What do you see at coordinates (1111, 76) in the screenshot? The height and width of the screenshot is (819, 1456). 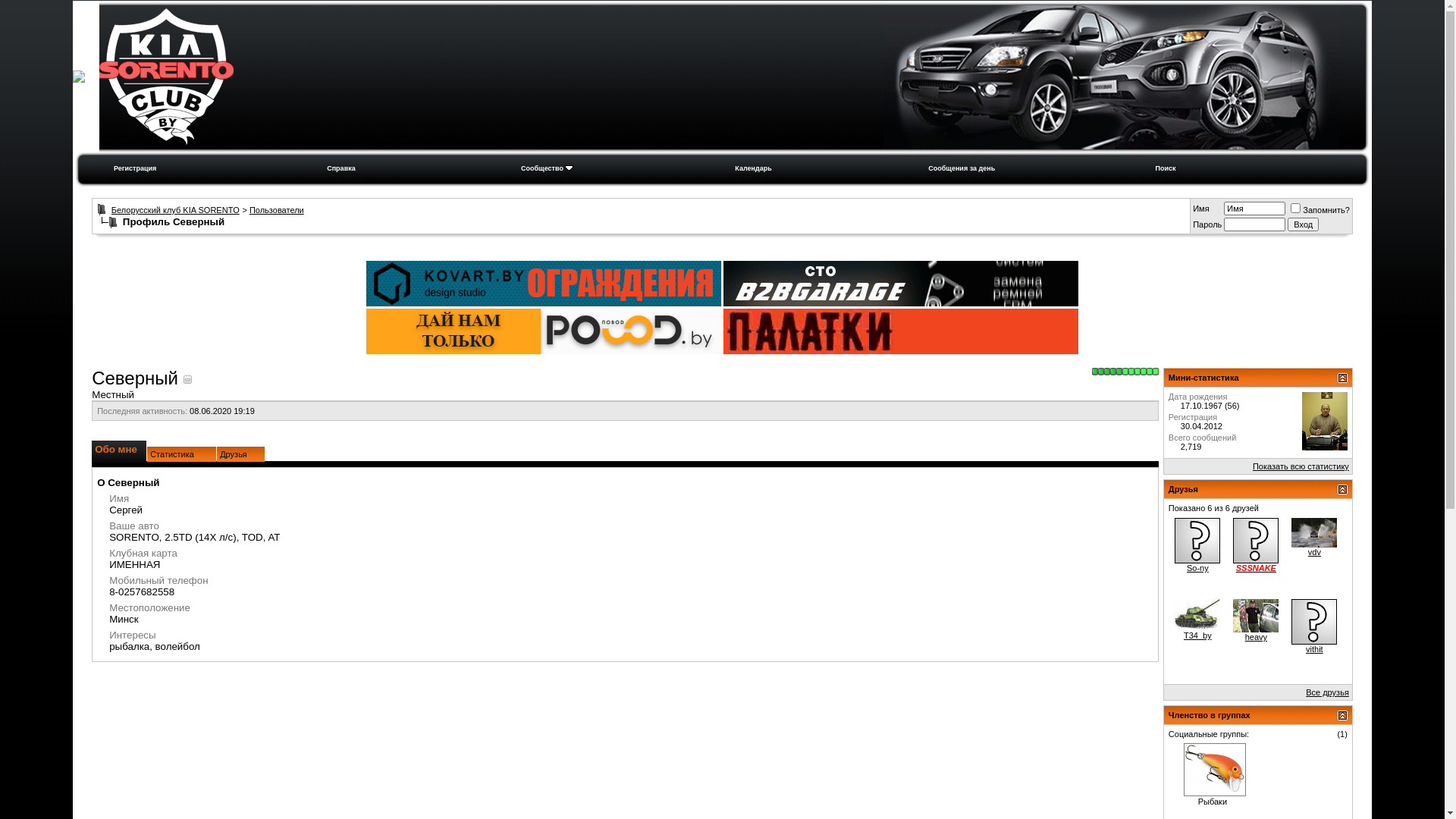 I see `'KIA-SORENTO-CLUB.BY'` at bounding box center [1111, 76].